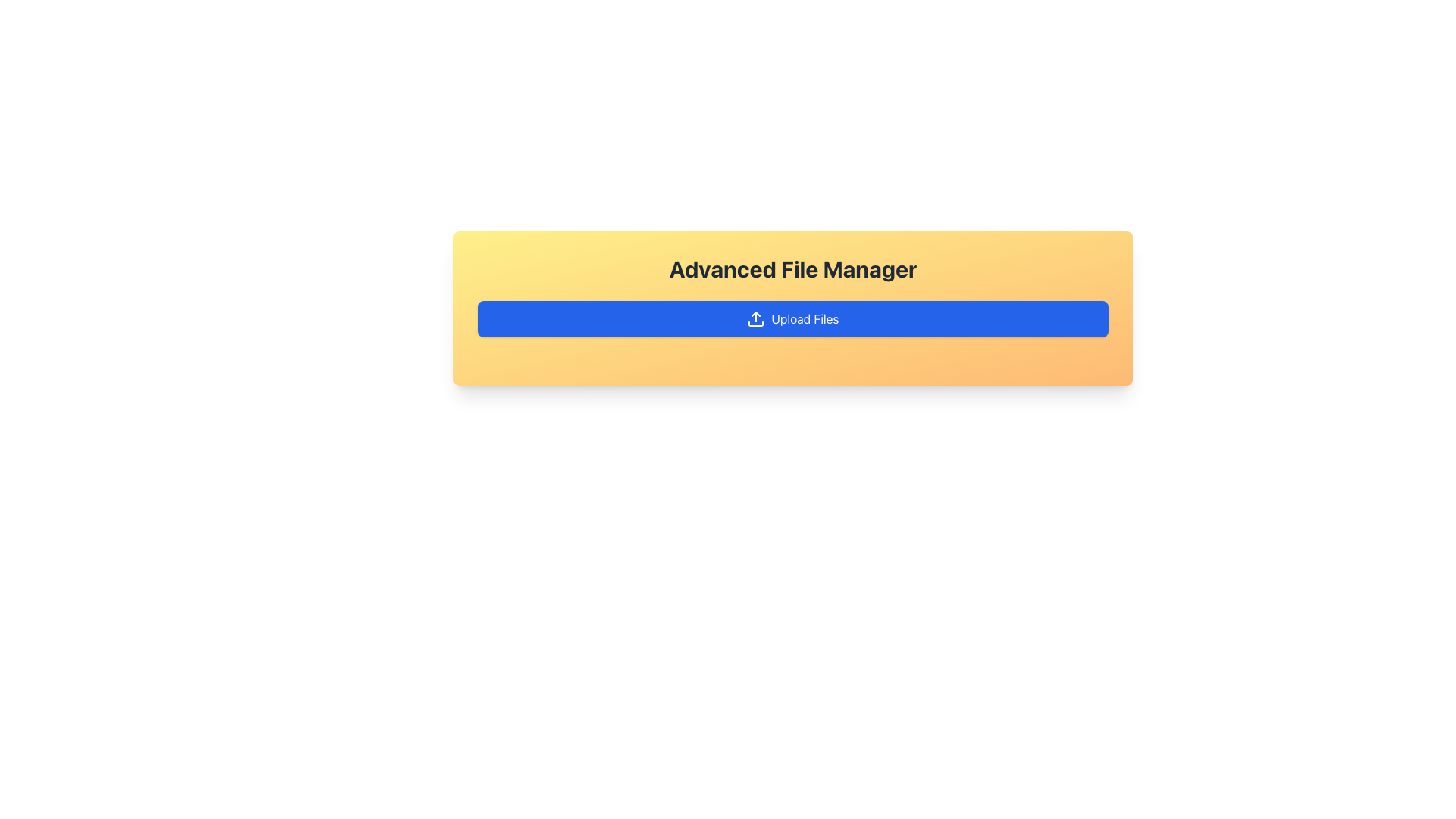  Describe the element at coordinates (792, 268) in the screenshot. I see `the non-interactive text label displaying 'Advanced File Manager' which is styled in bold and large text, centered, and colored dark gray on a light gradient background` at that location.